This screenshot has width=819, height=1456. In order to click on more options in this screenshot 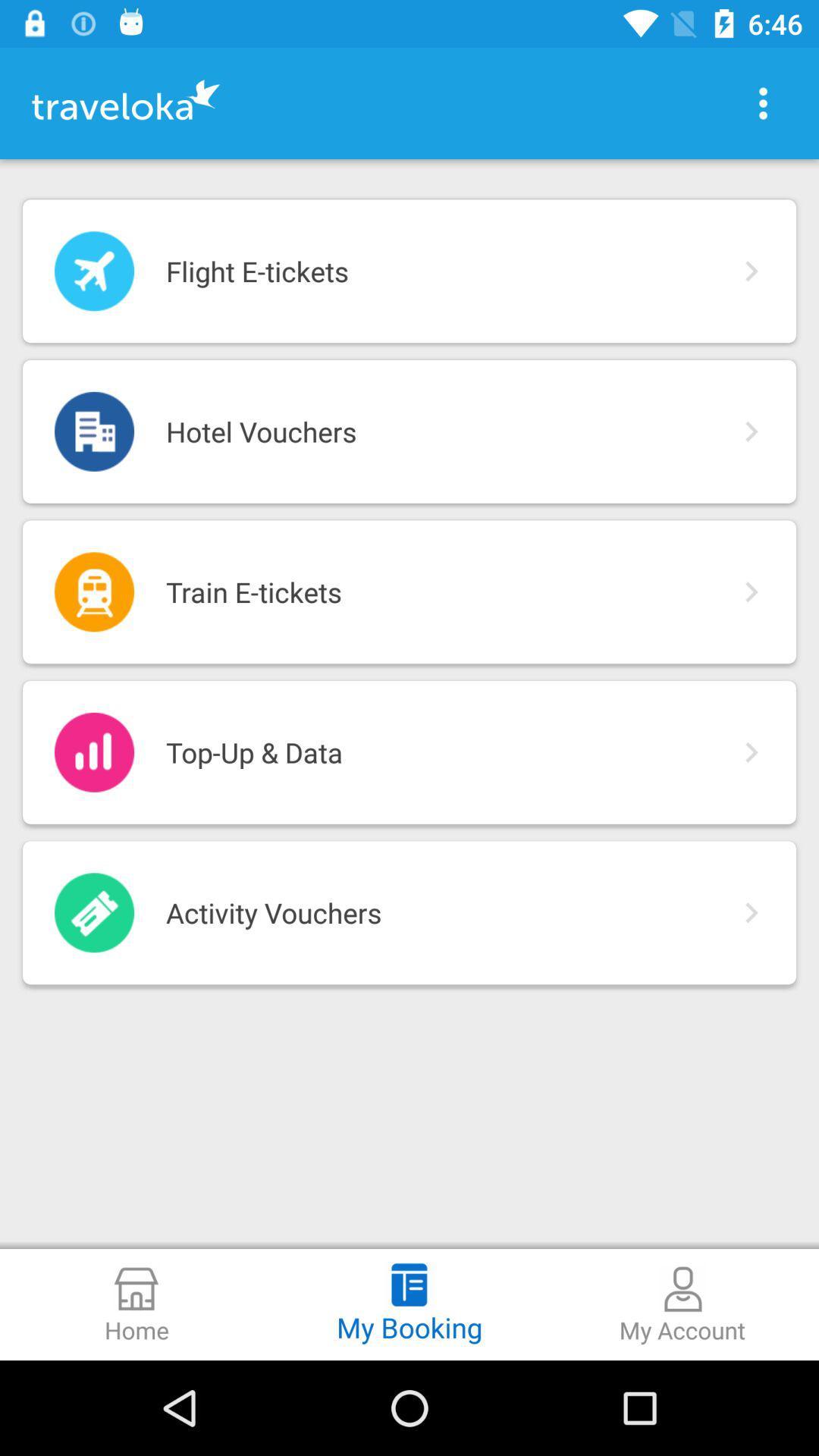, I will do `click(763, 102)`.